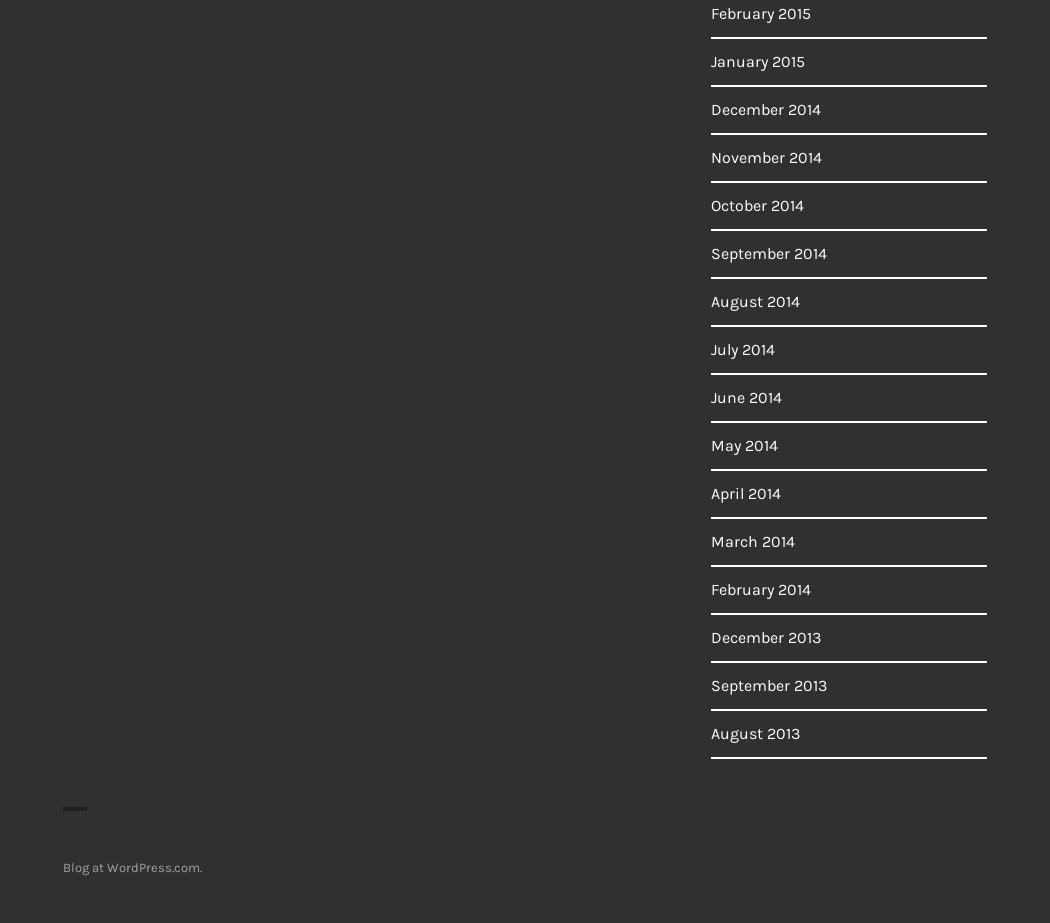  Describe the element at coordinates (745, 492) in the screenshot. I see `'April 2014'` at that location.